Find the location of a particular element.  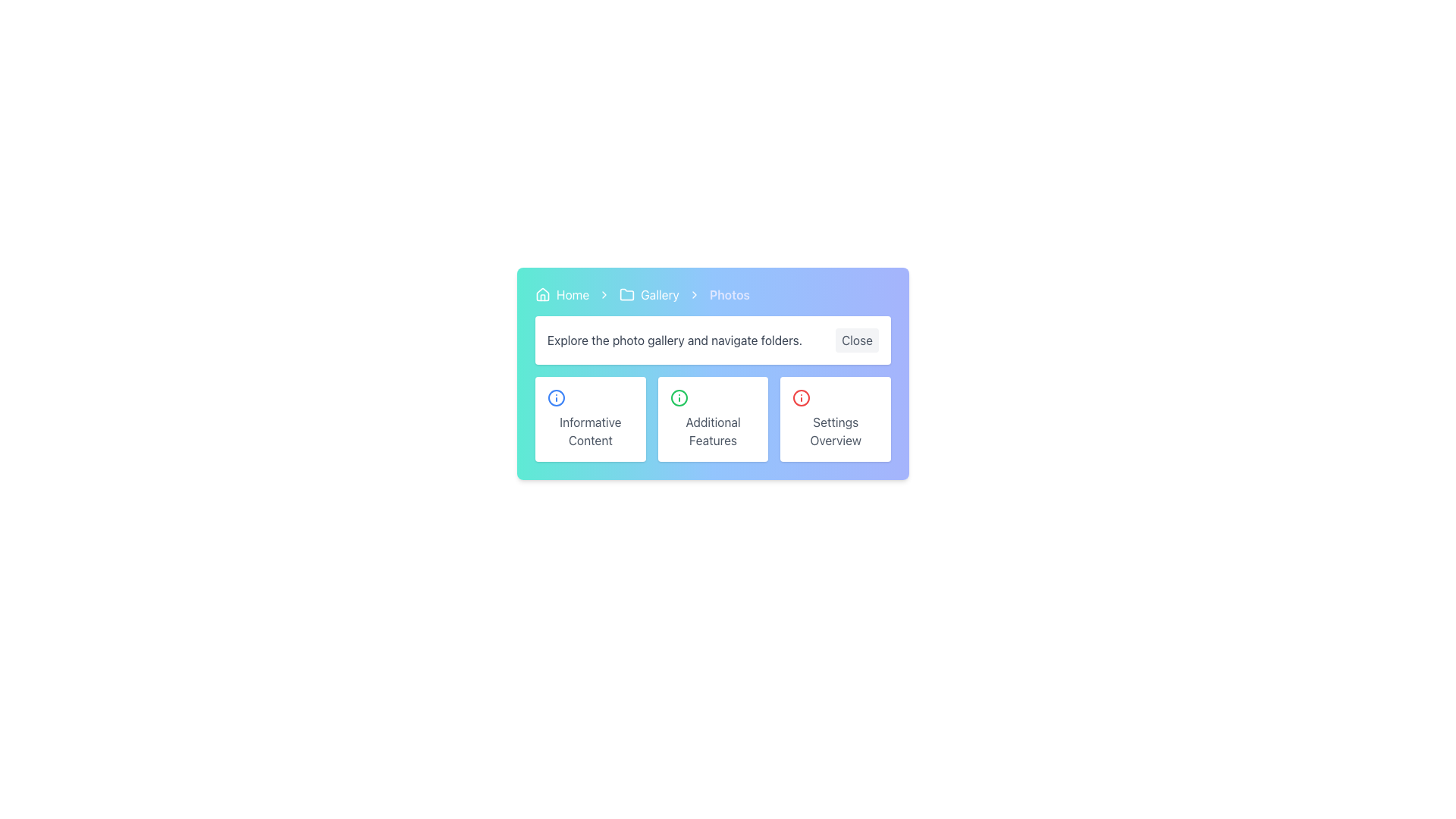

the circular graphic element outlined in blue, which is centered within the lower-left informational box labeled 'Informative Content' is located at coordinates (556, 397).